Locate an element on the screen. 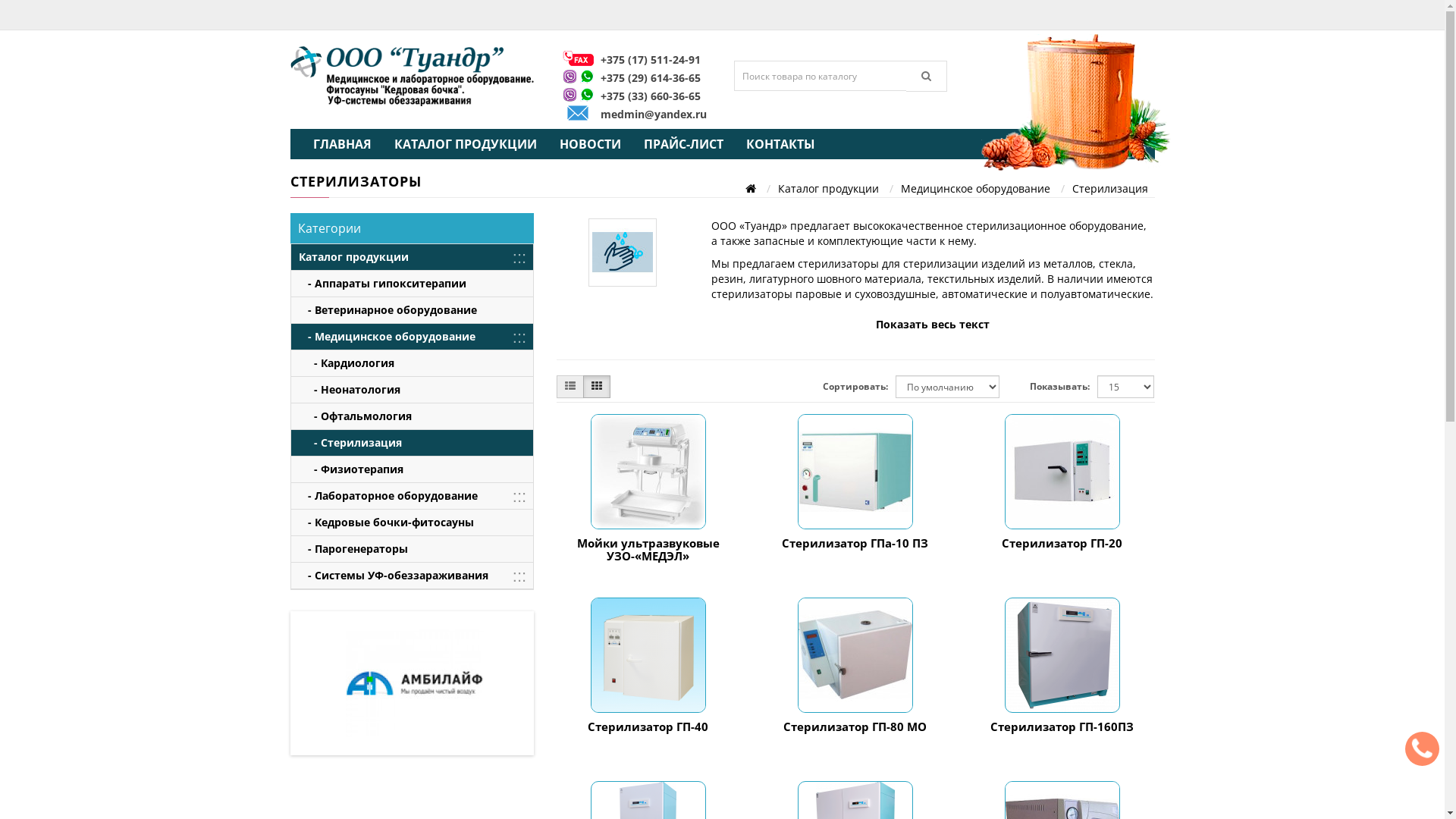  'medmin@yandex.ru' is located at coordinates (654, 113).